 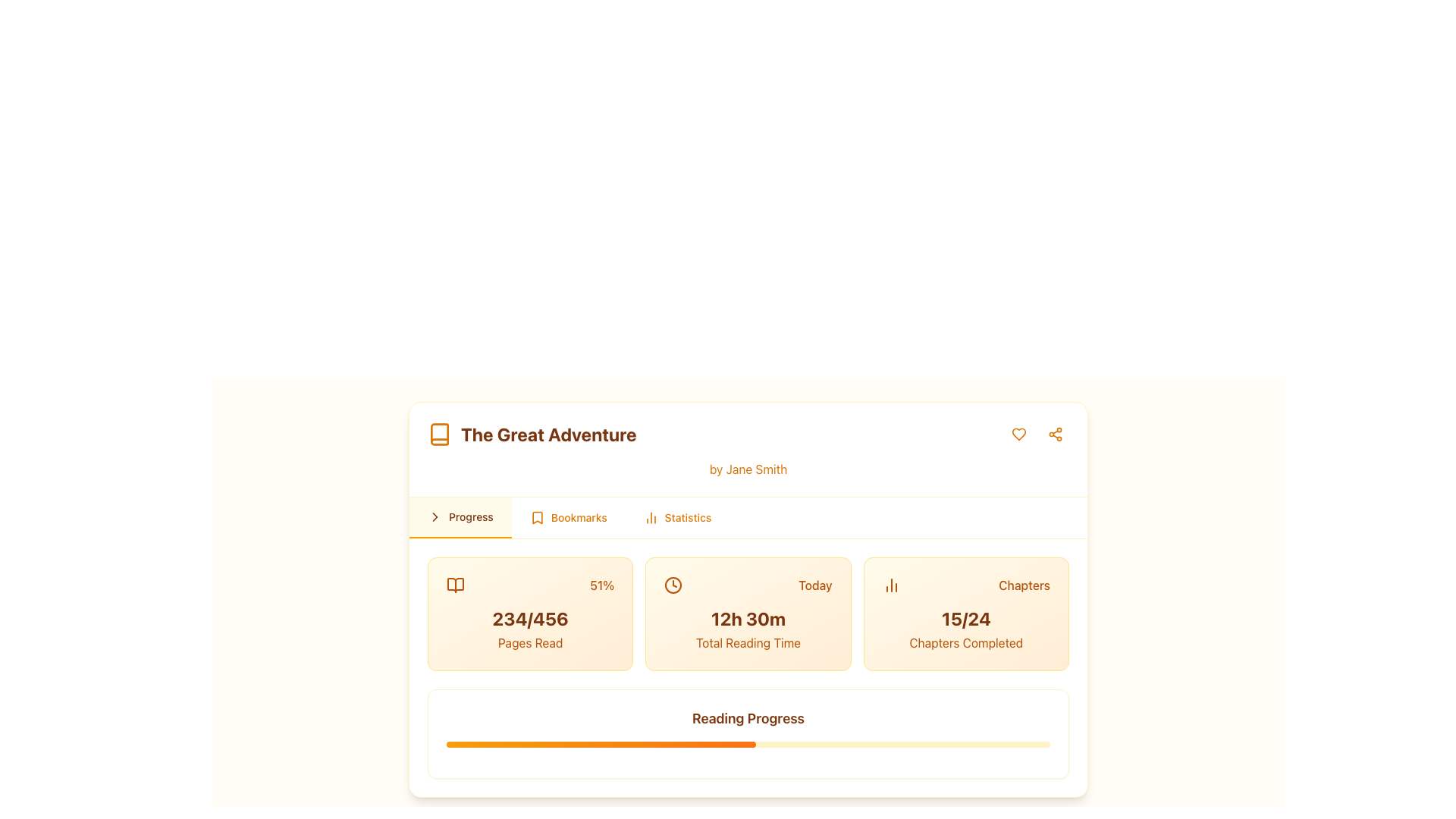 I want to click on the graphical details of the clock icon representing total reading time on the 'Today' card, located at the left side near the textual elements '12h 30m' and 'Today', so click(x=673, y=584).